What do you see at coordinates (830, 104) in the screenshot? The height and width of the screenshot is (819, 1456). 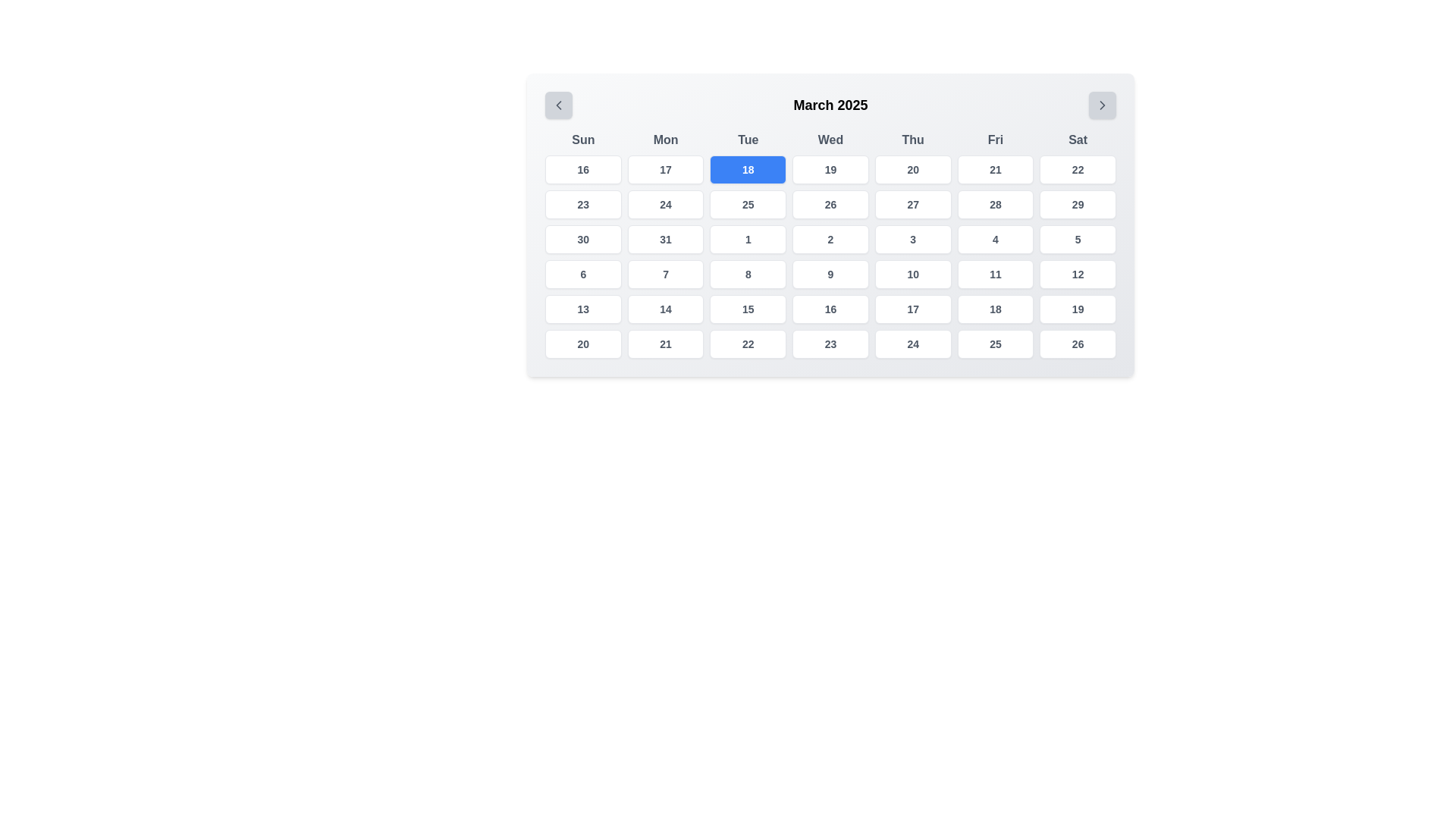 I see `the text label that indicates the currently displayed month and year in the calendar, located centrally between the previous and next navigation arrows` at bounding box center [830, 104].